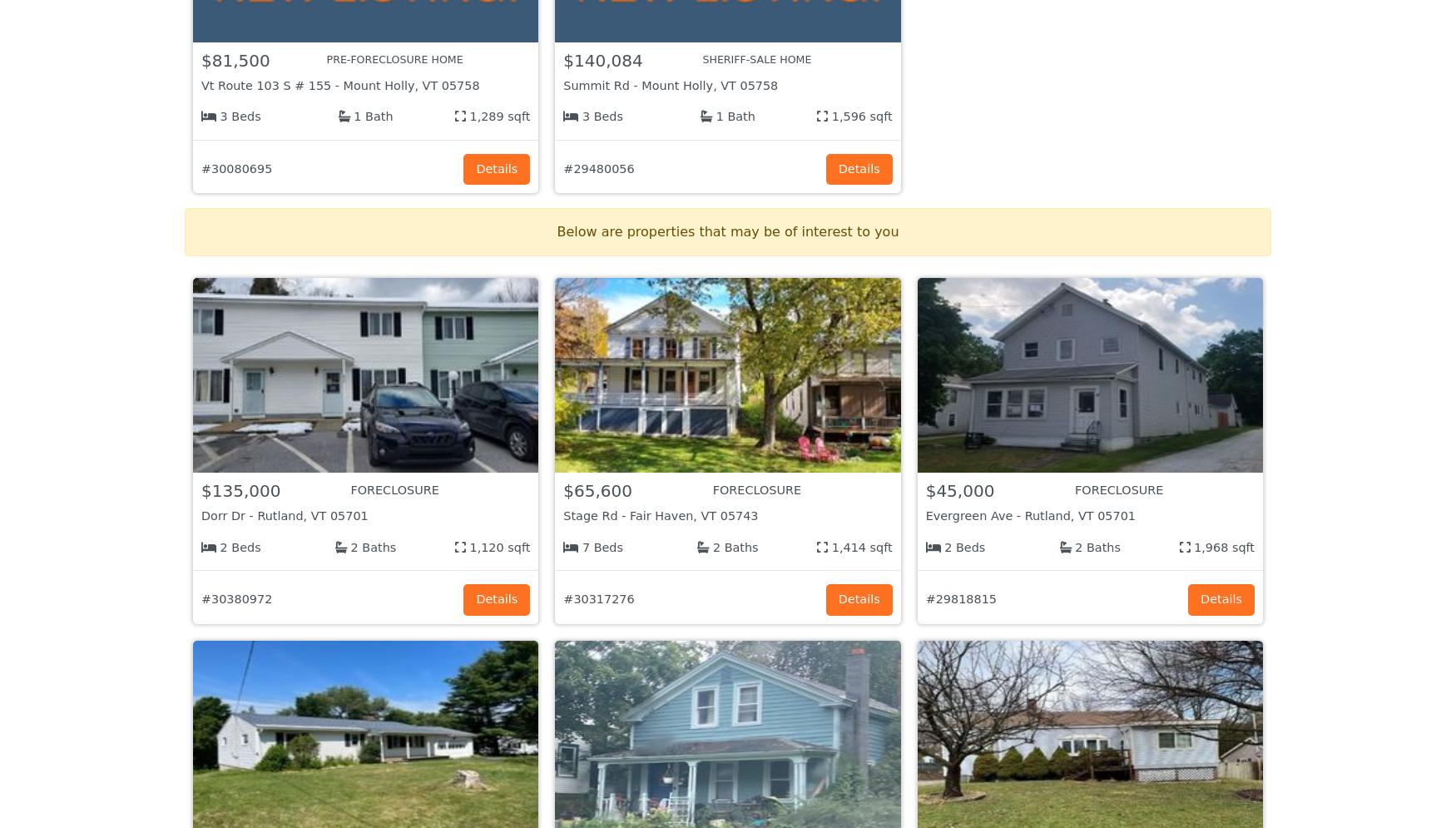 The height and width of the screenshot is (828, 1456). Describe the element at coordinates (839, 692) in the screenshot. I see `'FAQ'` at that location.